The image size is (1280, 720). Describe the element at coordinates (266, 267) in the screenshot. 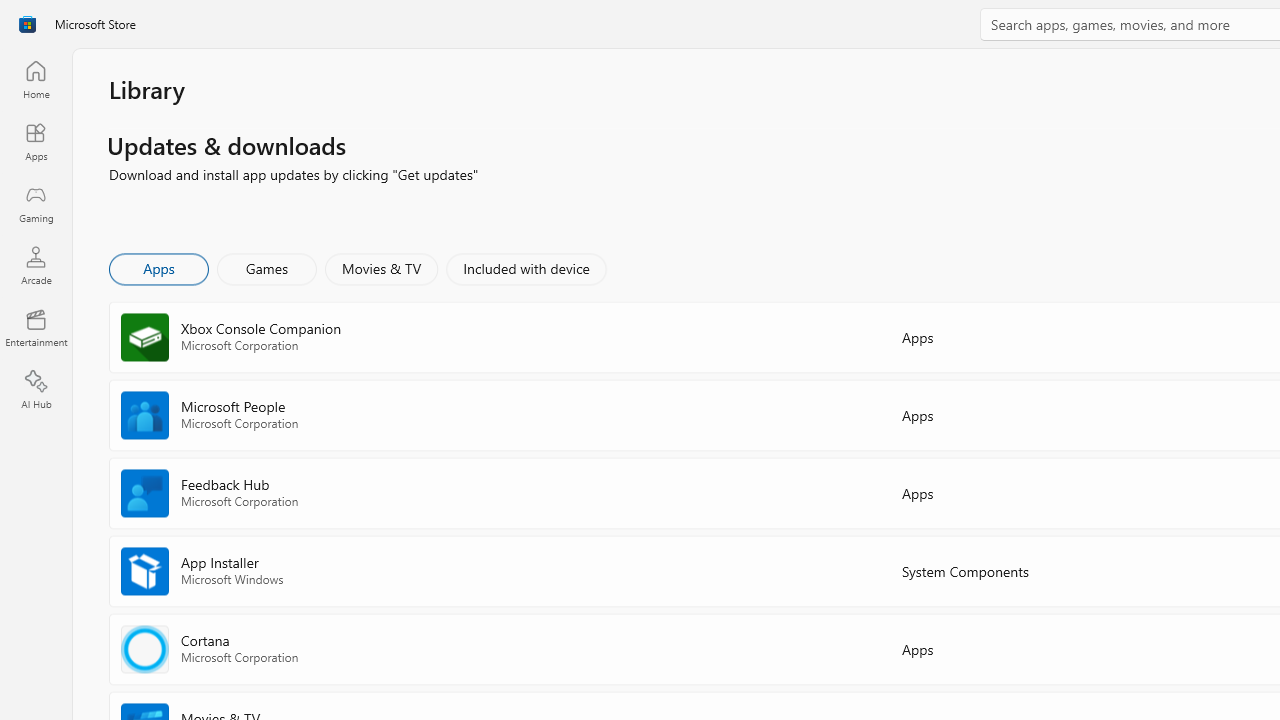

I see `'Games'` at that location.